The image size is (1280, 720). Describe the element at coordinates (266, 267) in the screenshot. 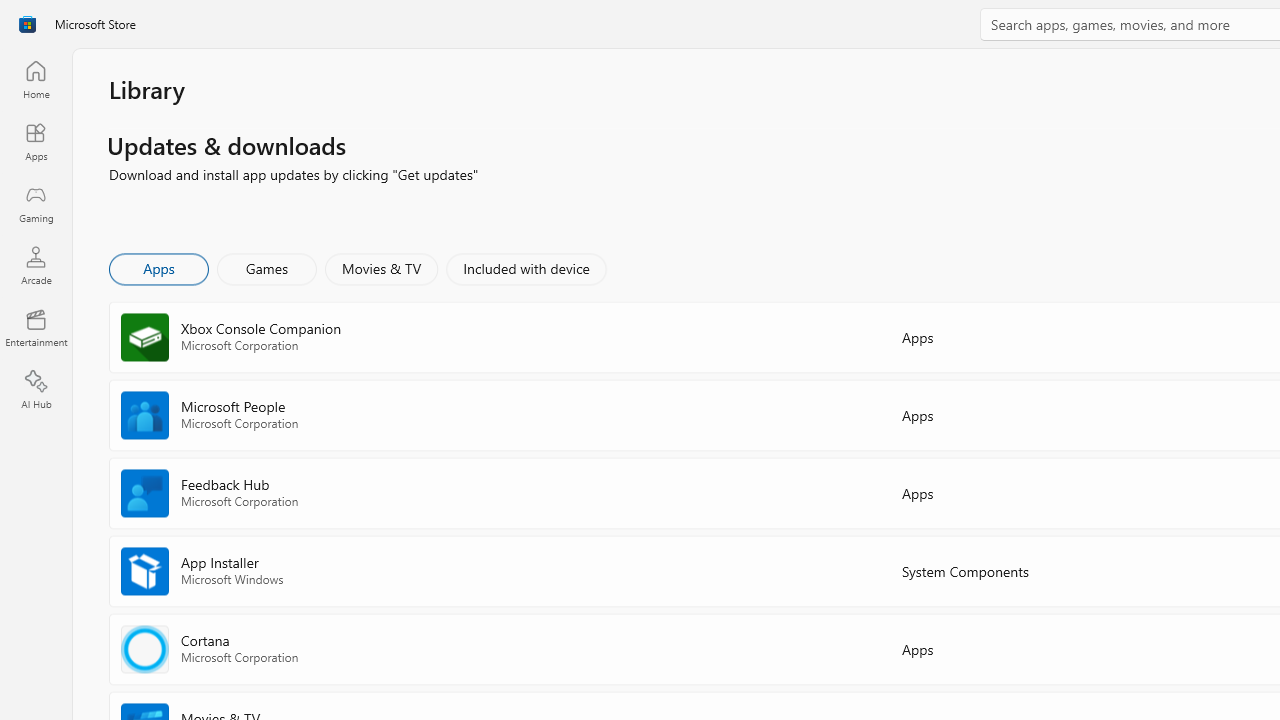

I see `'Games'` at that location.